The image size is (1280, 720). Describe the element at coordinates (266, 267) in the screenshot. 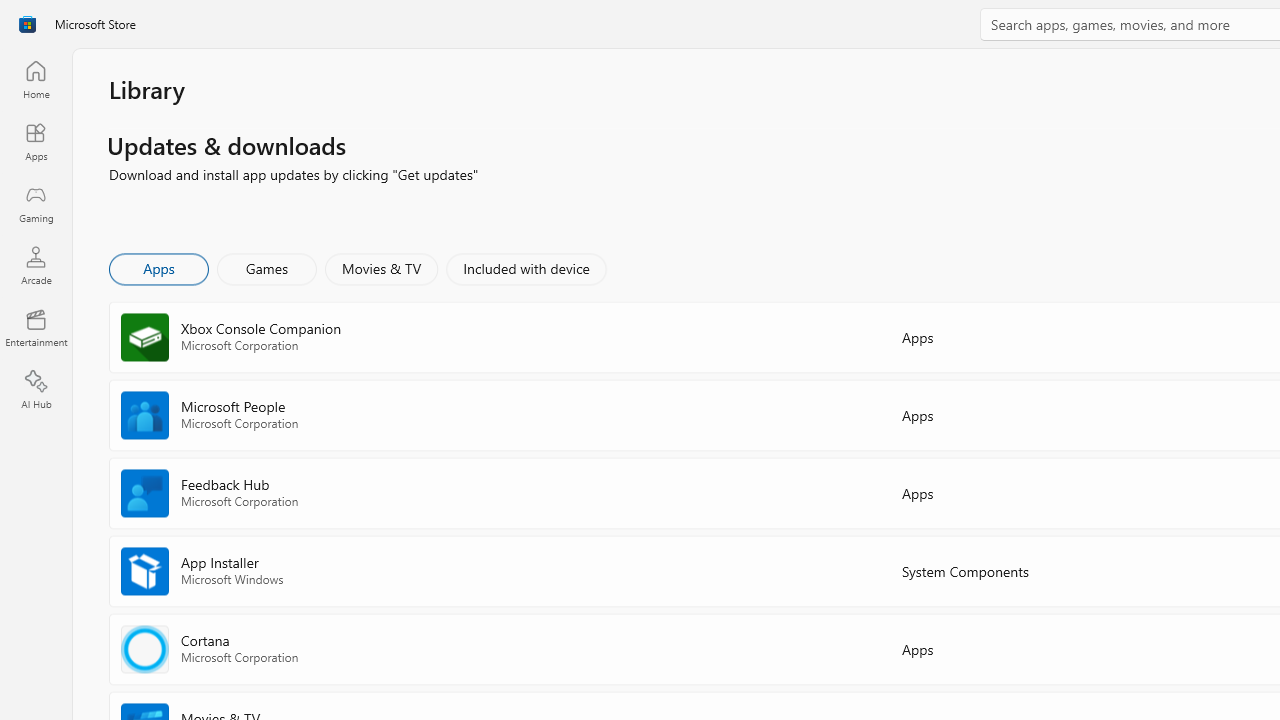

I see `'Games'` at that location.